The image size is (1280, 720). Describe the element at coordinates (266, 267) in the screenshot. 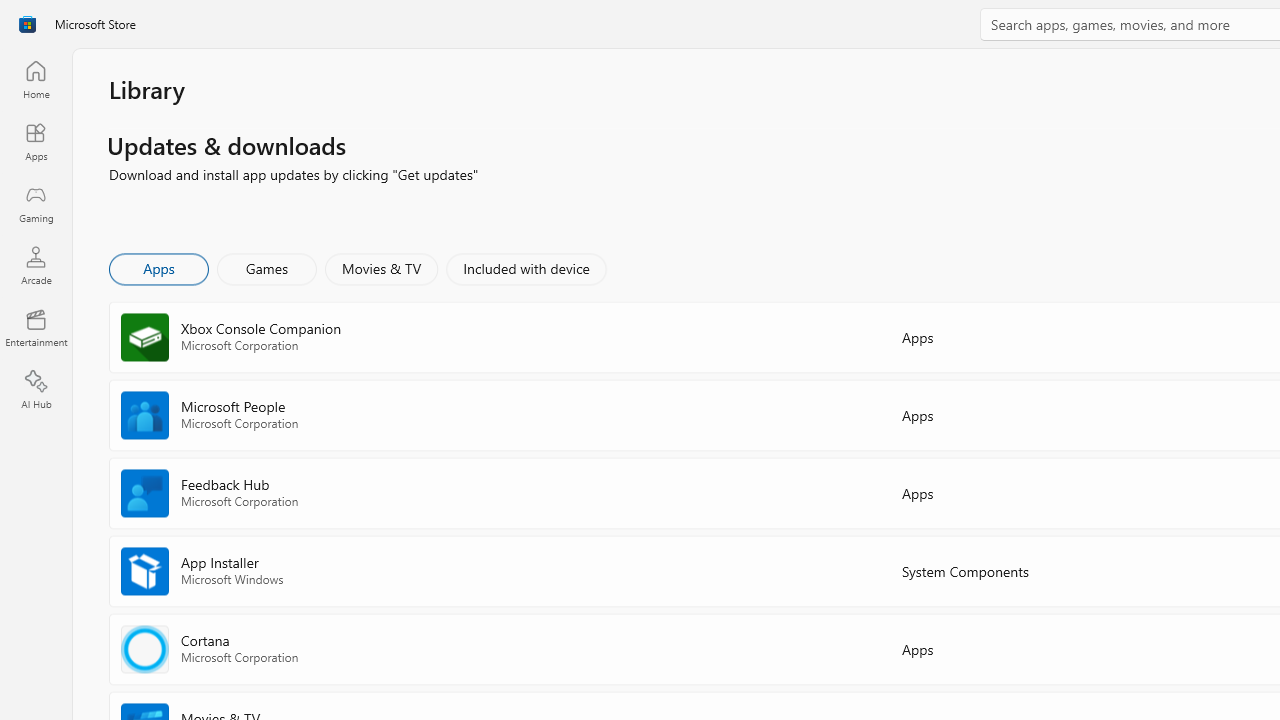

I see `'Games'` at that location.